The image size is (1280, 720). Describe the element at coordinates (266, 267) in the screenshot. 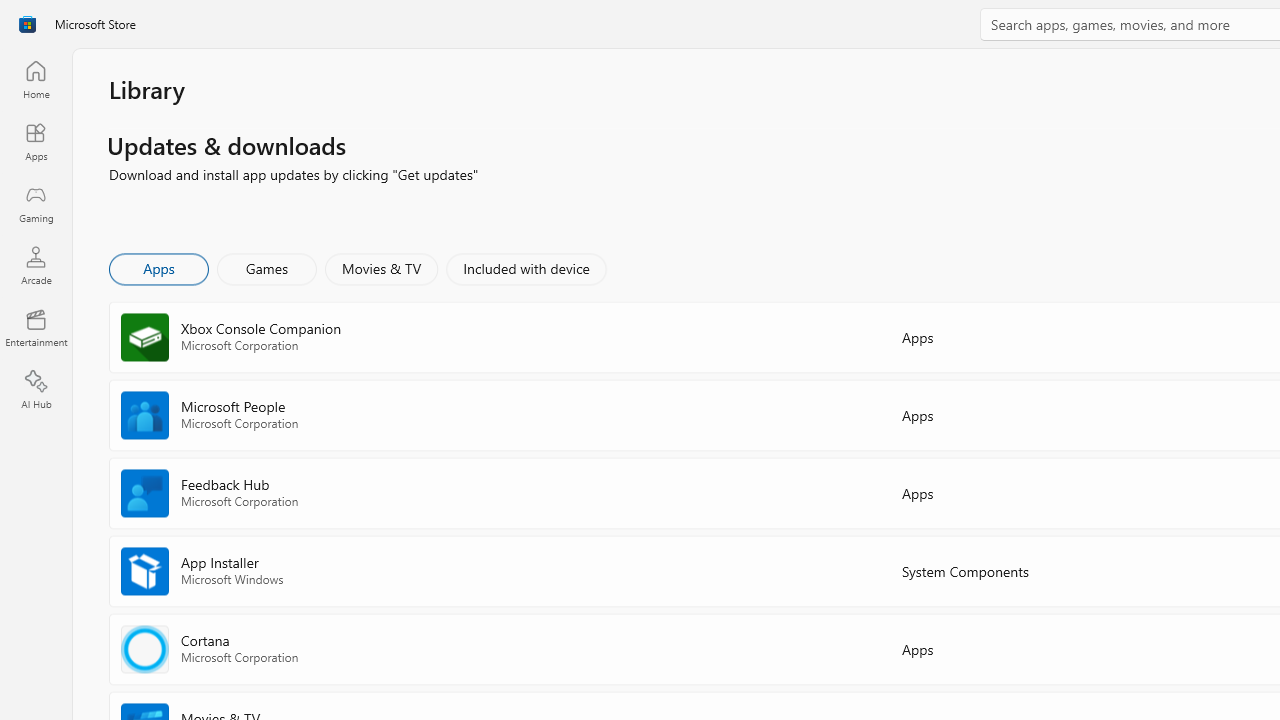

I see `'Games'` at that location.